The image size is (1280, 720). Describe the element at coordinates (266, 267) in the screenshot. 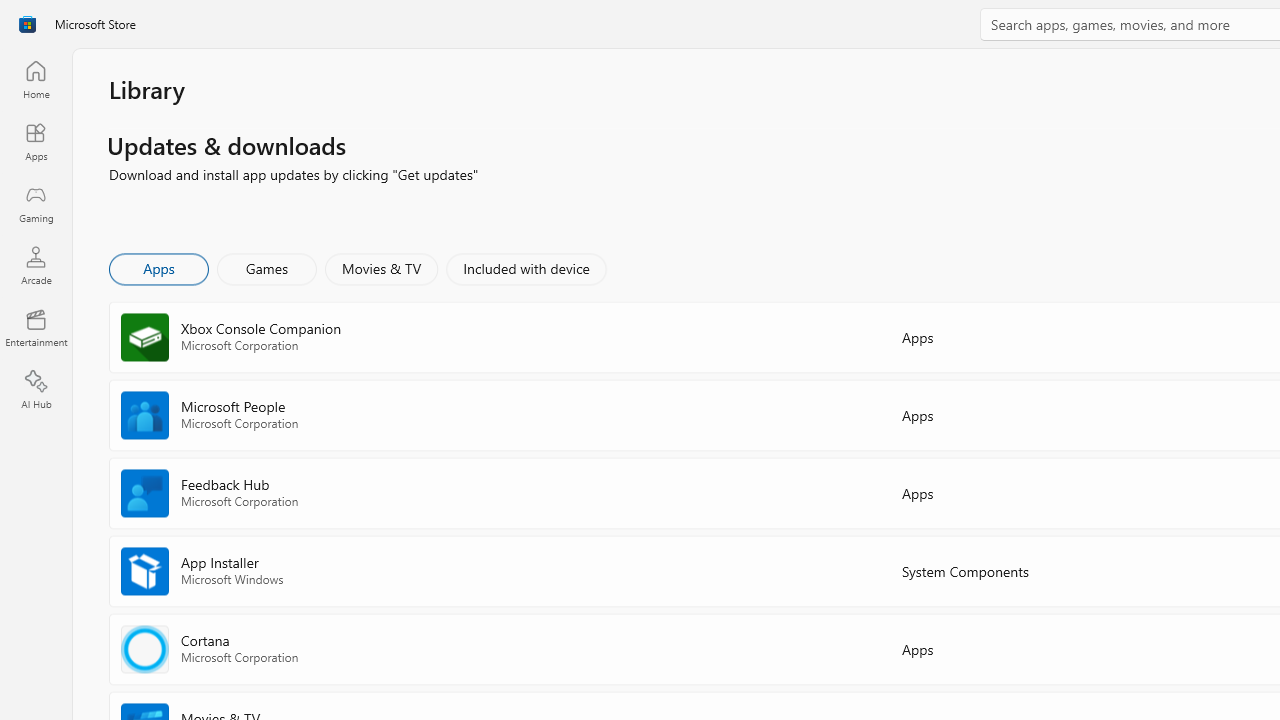

I see `'Games'` at that location.